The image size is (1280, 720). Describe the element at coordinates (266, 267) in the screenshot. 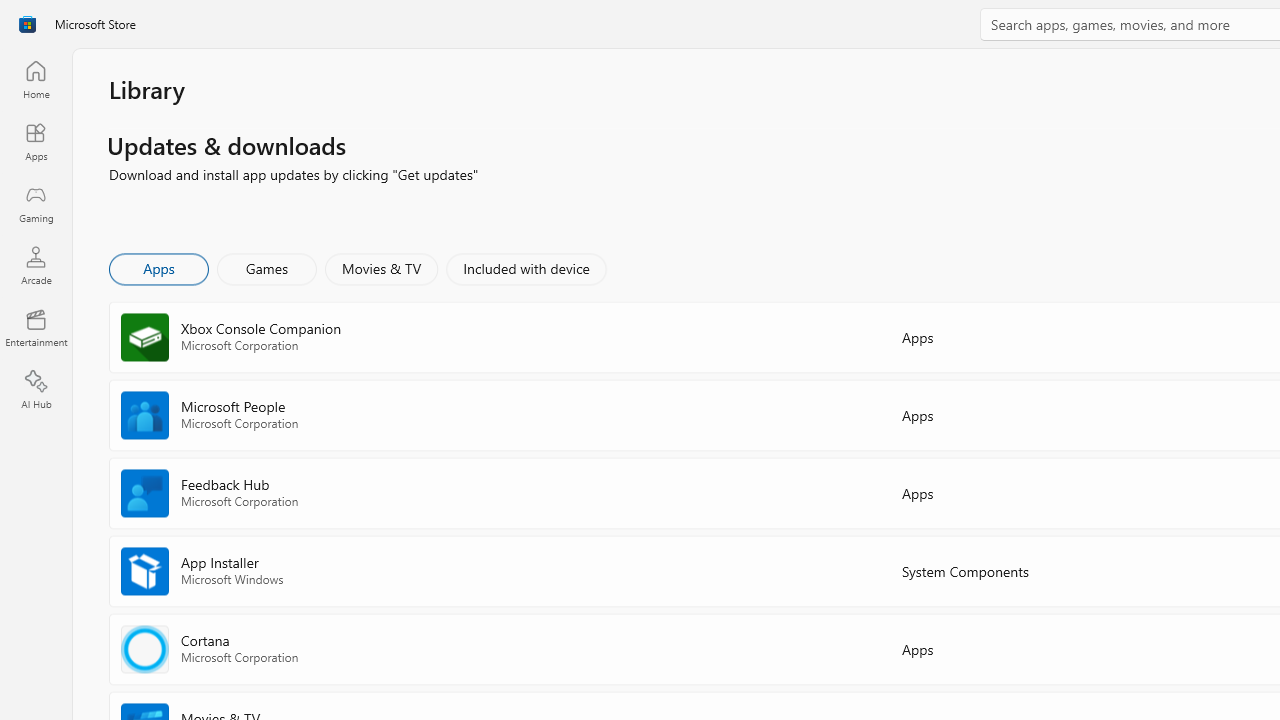

I see `'Games'` at that location.